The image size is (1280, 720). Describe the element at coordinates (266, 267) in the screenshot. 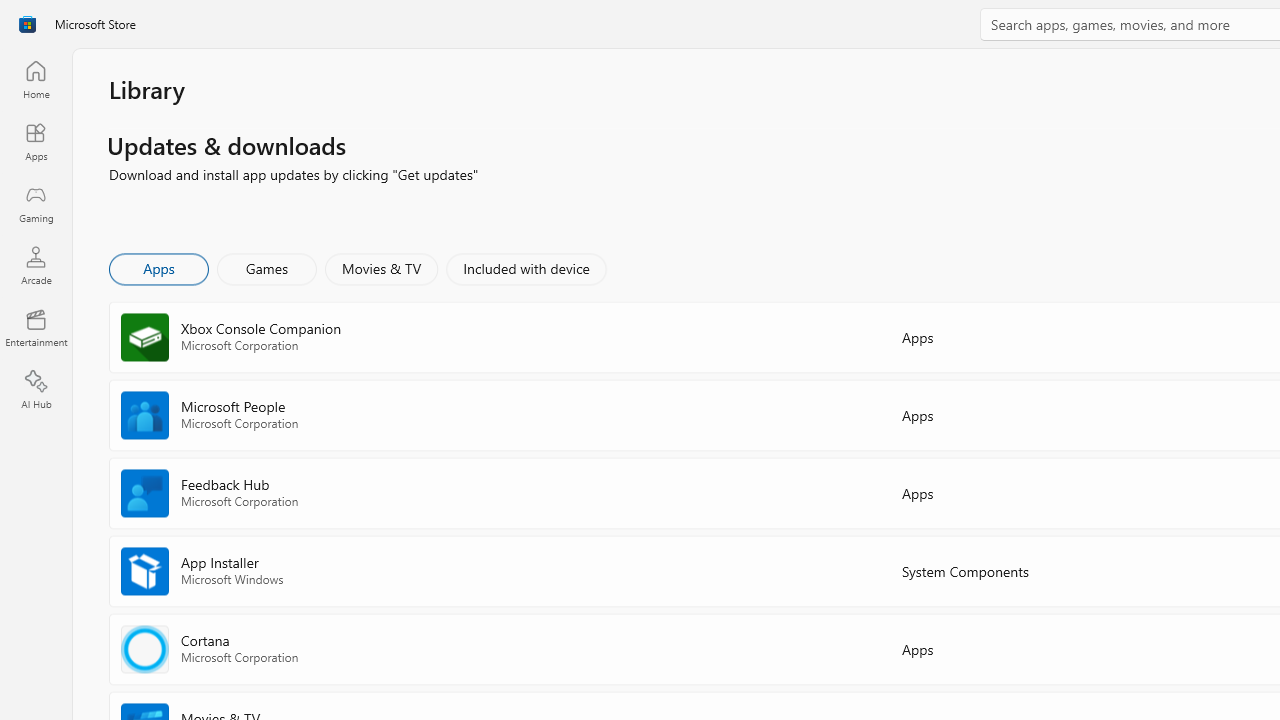

I see `'Games'` at that location.